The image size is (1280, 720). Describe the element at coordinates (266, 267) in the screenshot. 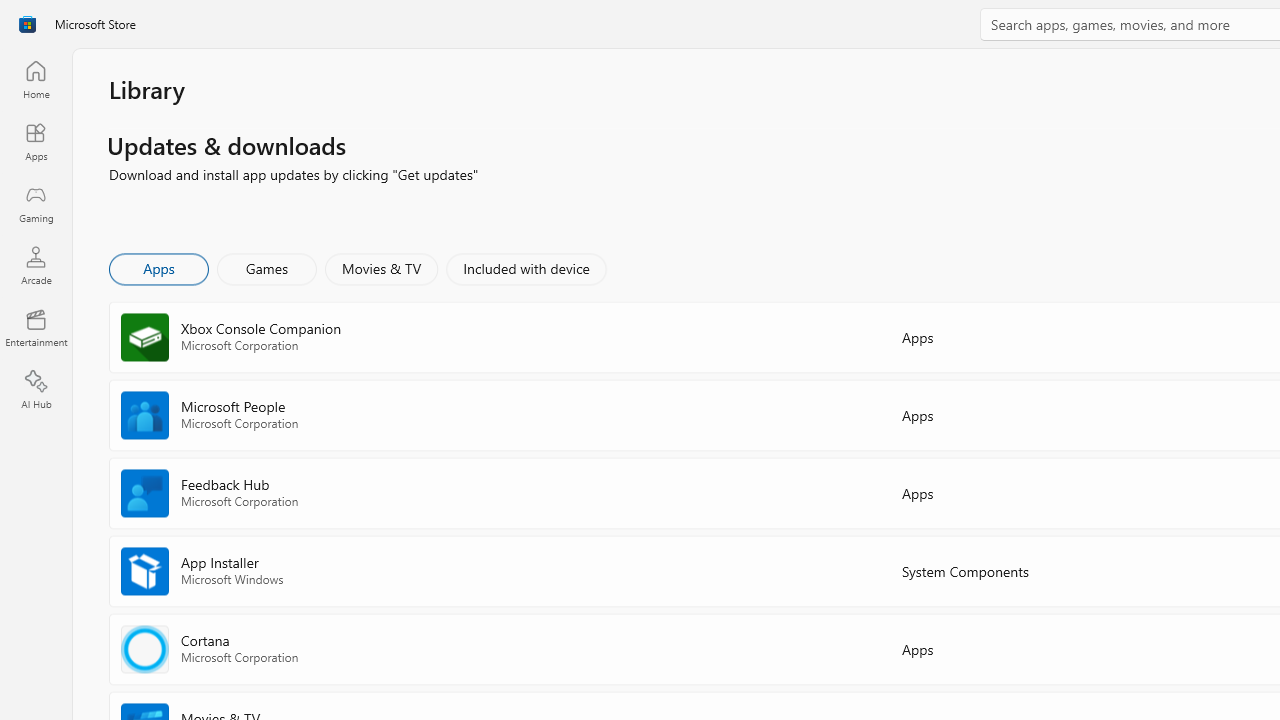

I see `'Games'` at that location.